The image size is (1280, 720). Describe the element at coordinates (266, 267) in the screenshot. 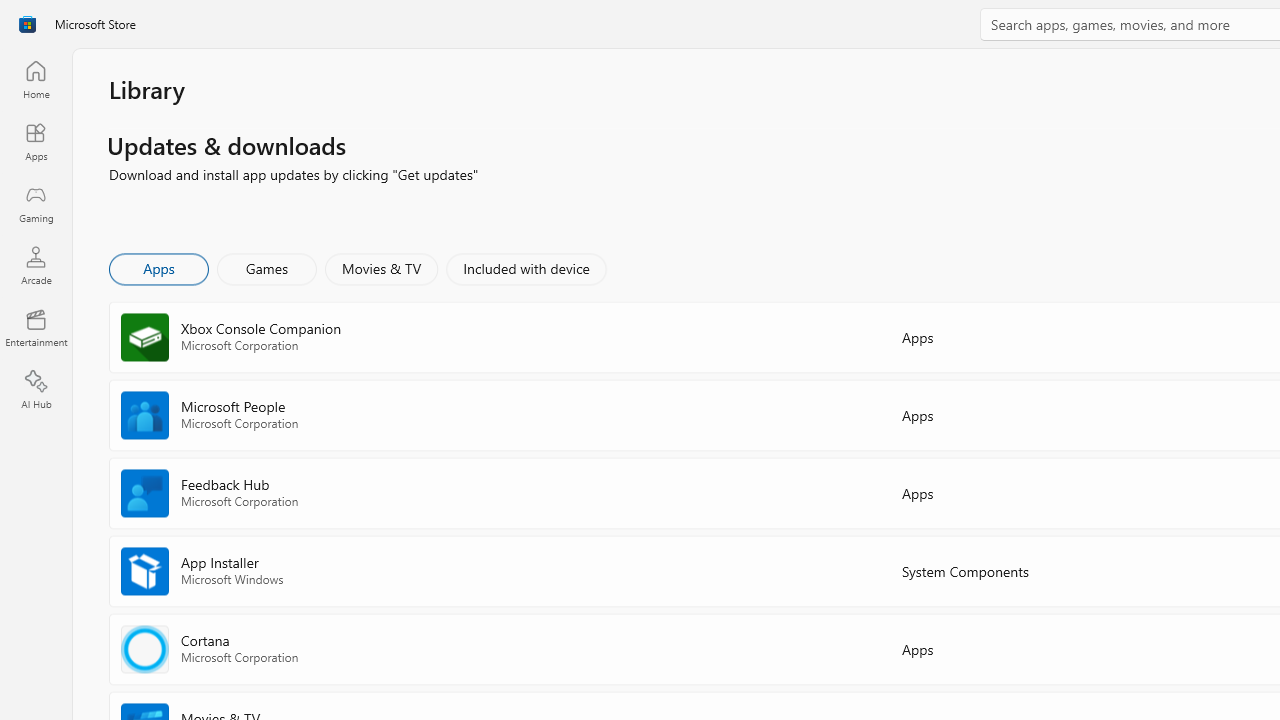

I see `'Games'` at that location.